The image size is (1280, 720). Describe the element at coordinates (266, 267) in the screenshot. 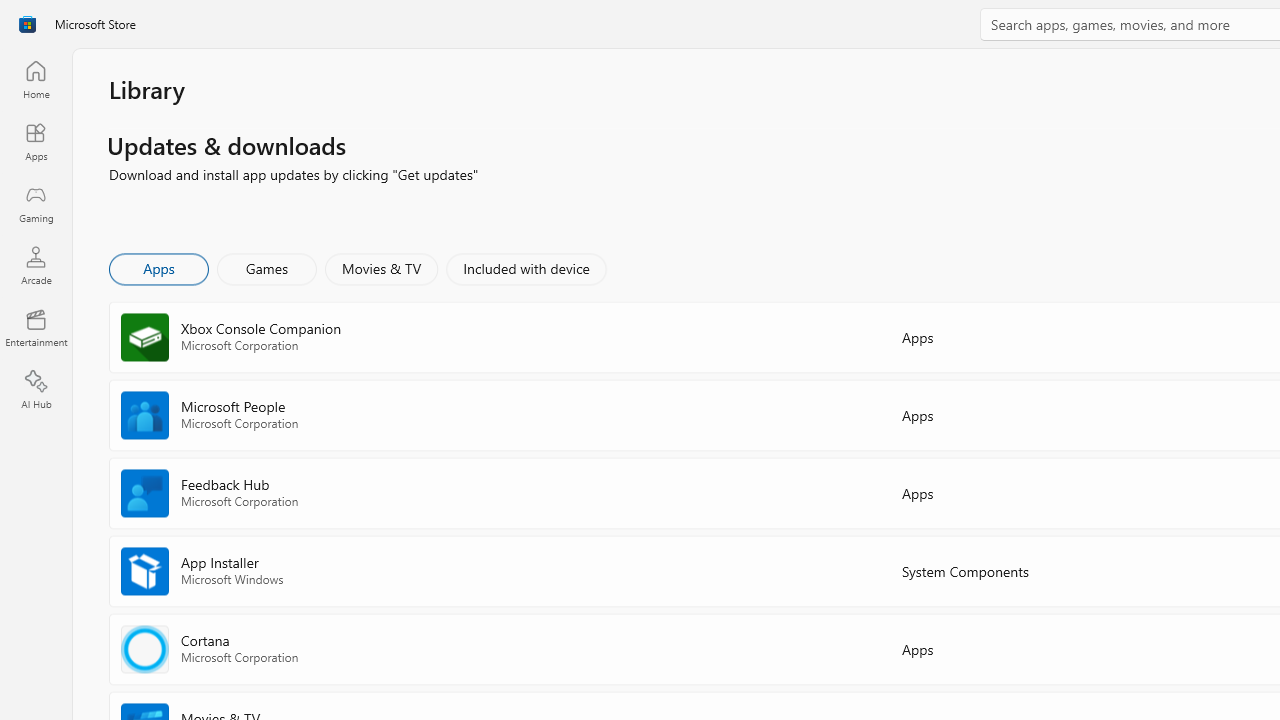

I see `'Games'` at that location.